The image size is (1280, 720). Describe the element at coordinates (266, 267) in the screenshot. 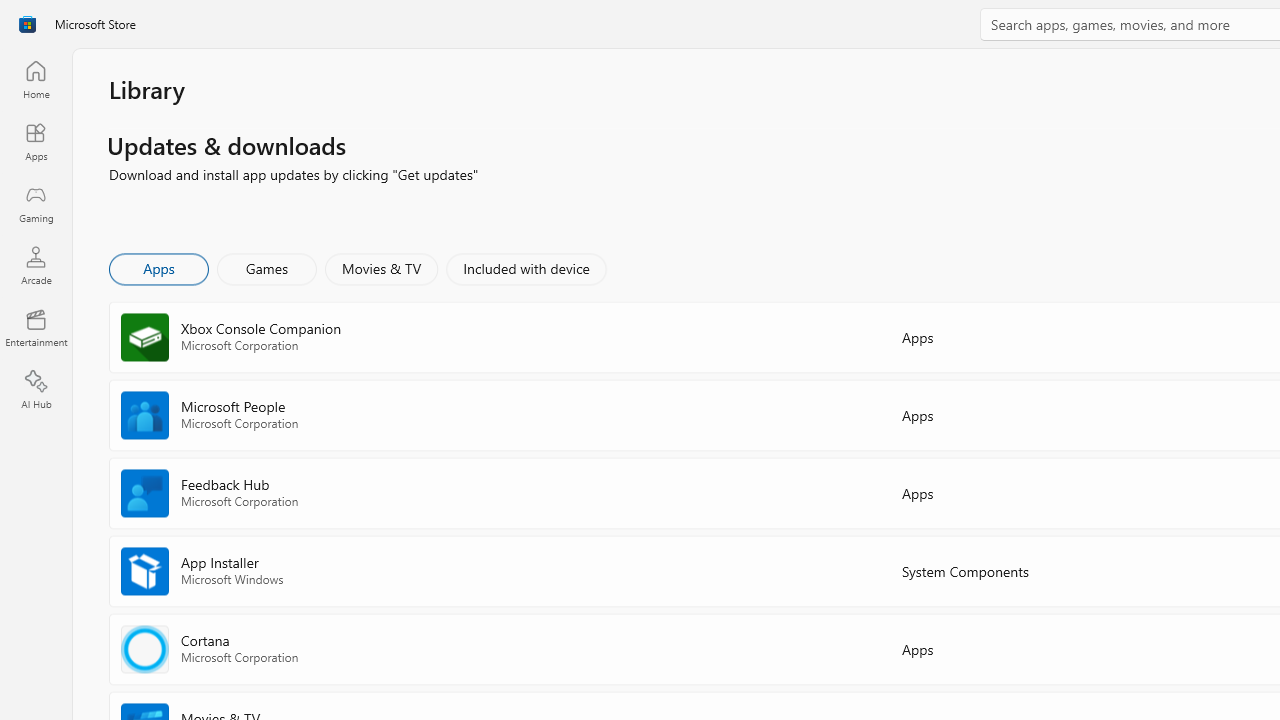

I see `'Games'` at that location.